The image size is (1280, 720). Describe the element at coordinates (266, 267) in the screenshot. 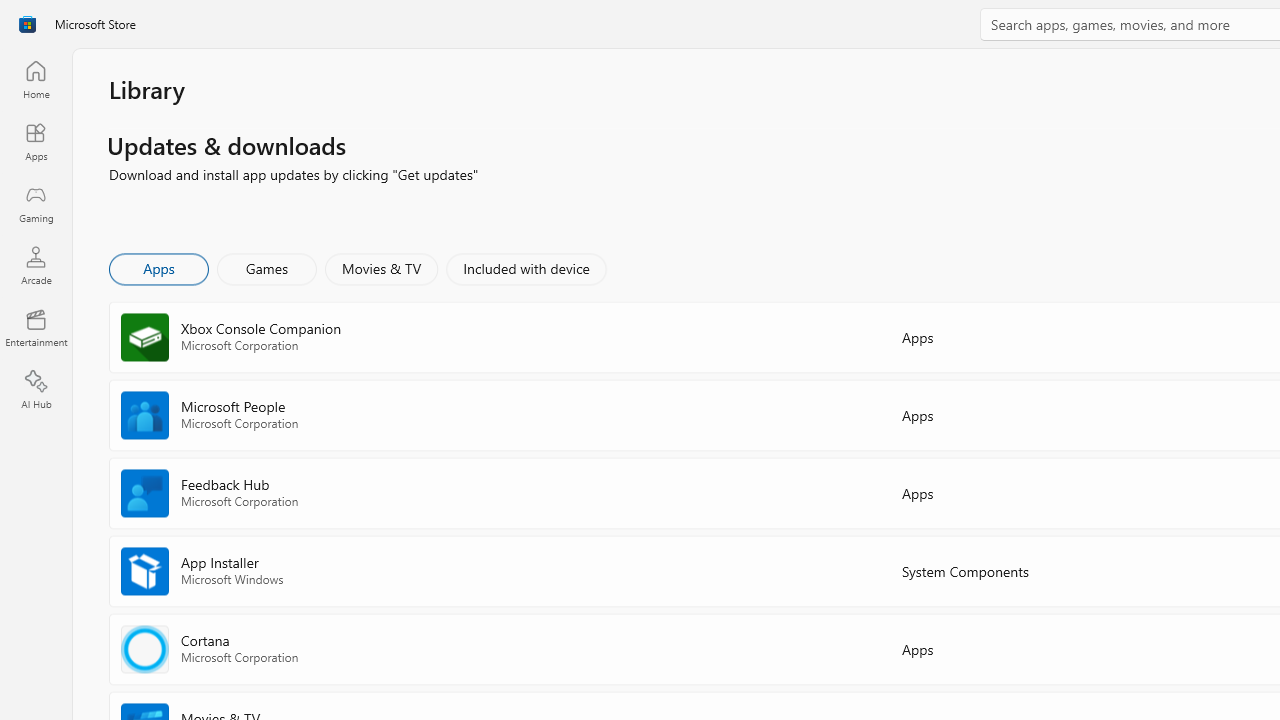

I see `'Games'` at that location.